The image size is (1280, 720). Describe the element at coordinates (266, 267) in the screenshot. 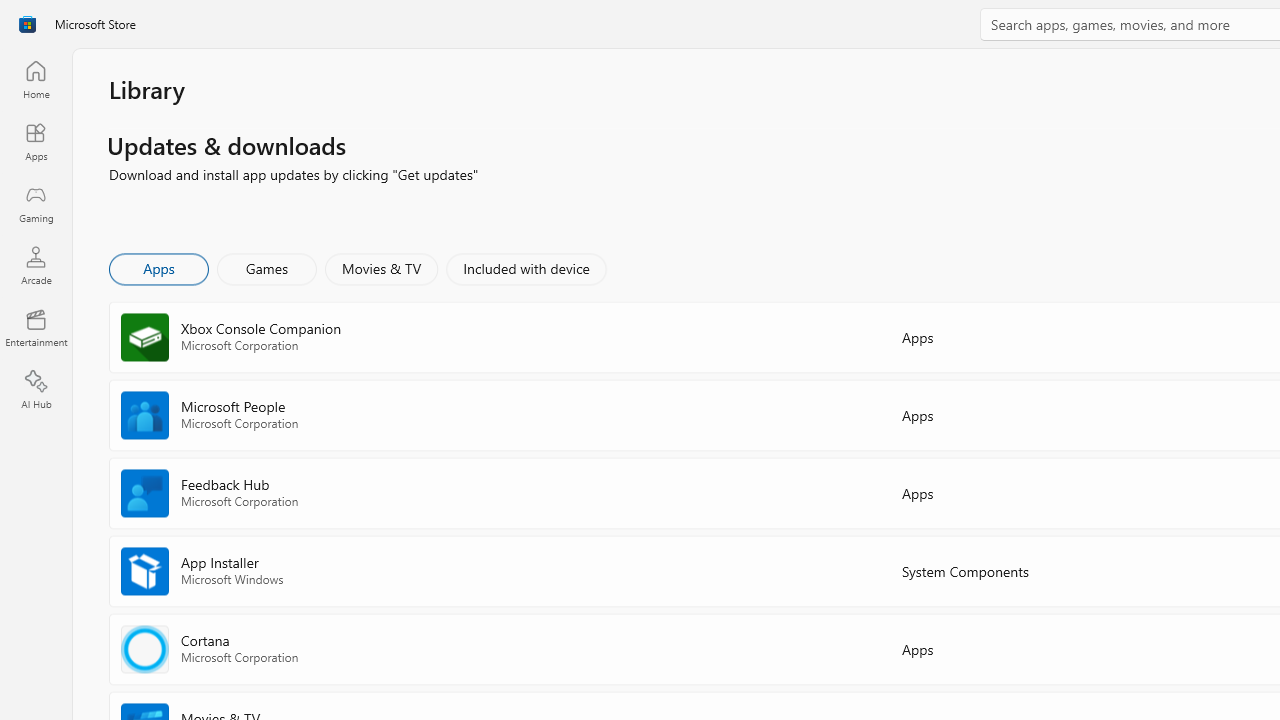

I see `'Games'` at that location.